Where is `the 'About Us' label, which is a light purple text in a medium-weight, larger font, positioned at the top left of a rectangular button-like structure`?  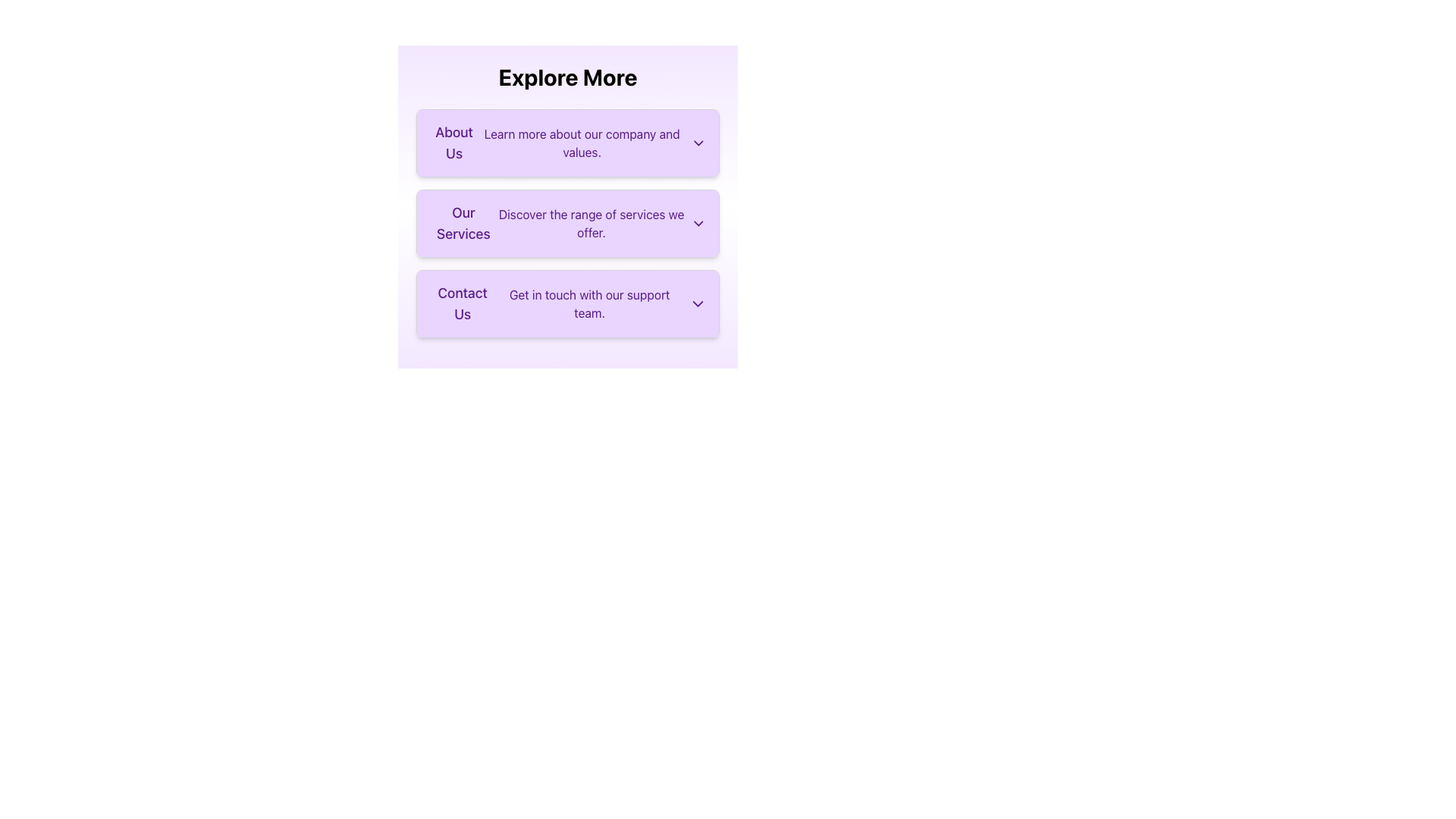
the 'About Us' label, which is a light purple text in a medium-weight, larger font, positioned at the top left of a rectangular button-like structure is located at coordinates (453, 143).